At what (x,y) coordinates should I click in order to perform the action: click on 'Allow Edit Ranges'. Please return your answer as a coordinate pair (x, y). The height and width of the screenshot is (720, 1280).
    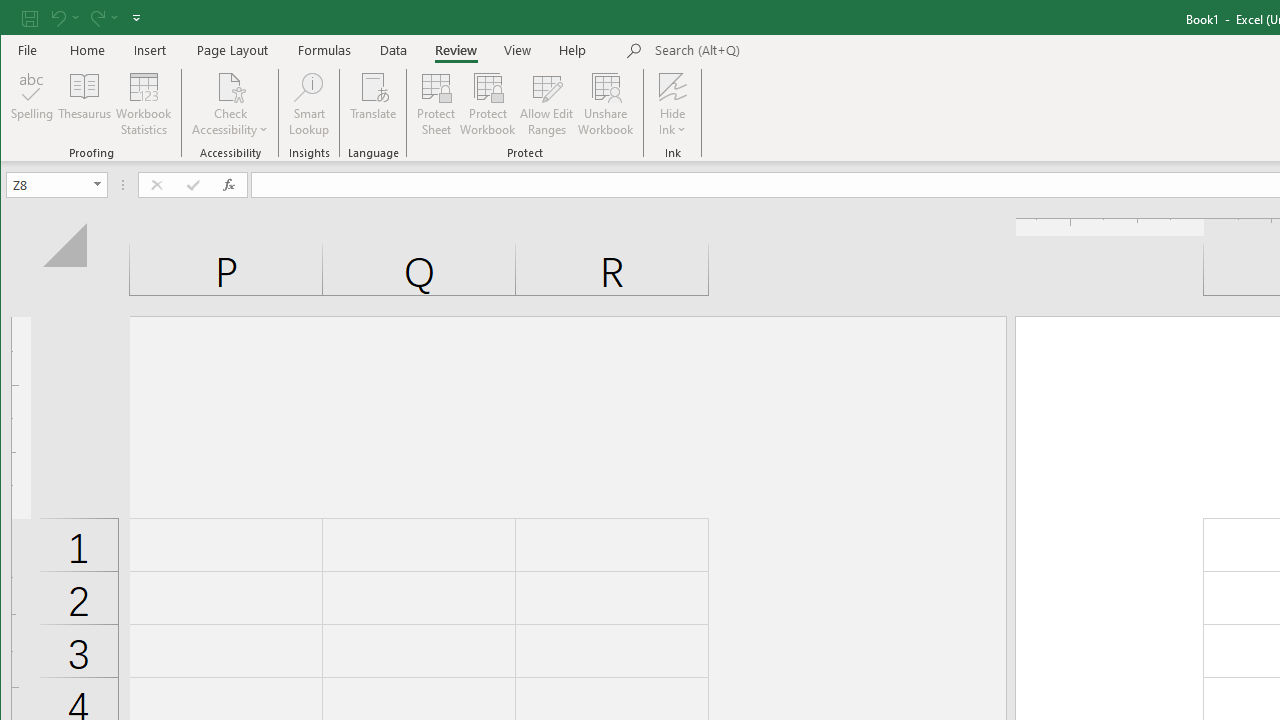
    Looking at the image, I should click on (547, 104).